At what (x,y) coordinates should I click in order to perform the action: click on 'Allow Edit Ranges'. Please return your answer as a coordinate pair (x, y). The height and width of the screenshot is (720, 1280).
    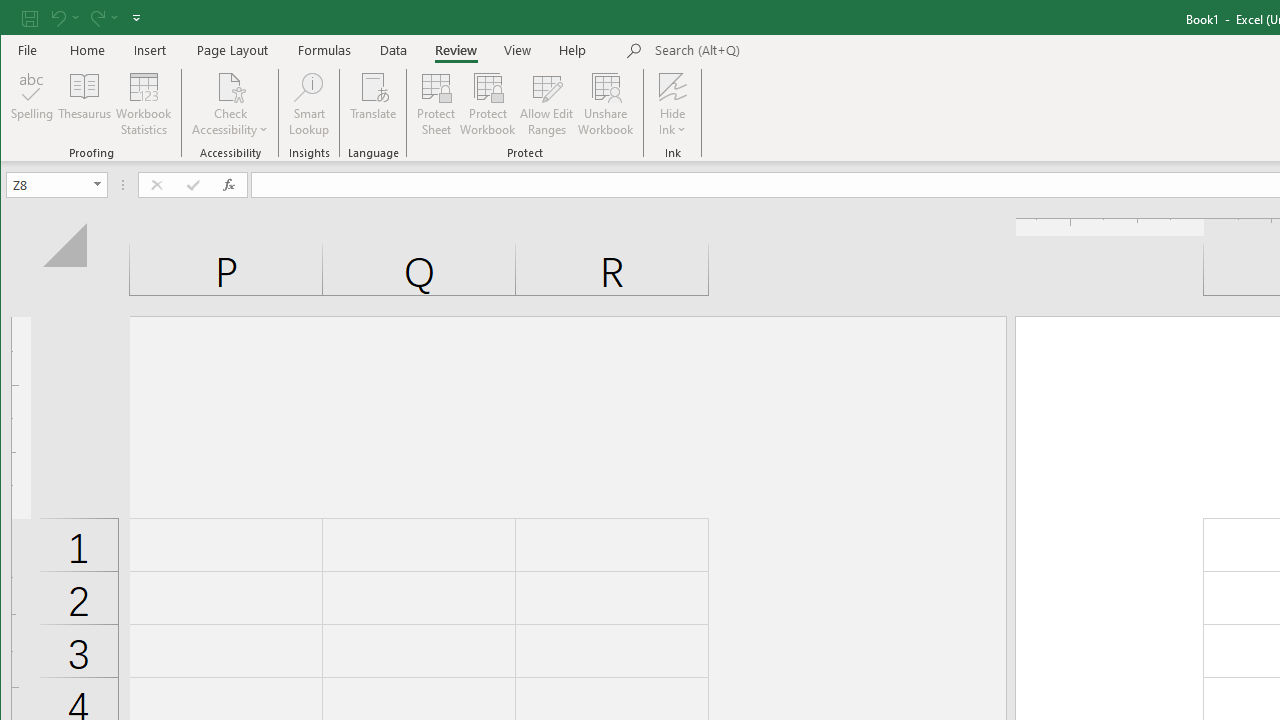
    Looking at the image, I should click on (547, 104).